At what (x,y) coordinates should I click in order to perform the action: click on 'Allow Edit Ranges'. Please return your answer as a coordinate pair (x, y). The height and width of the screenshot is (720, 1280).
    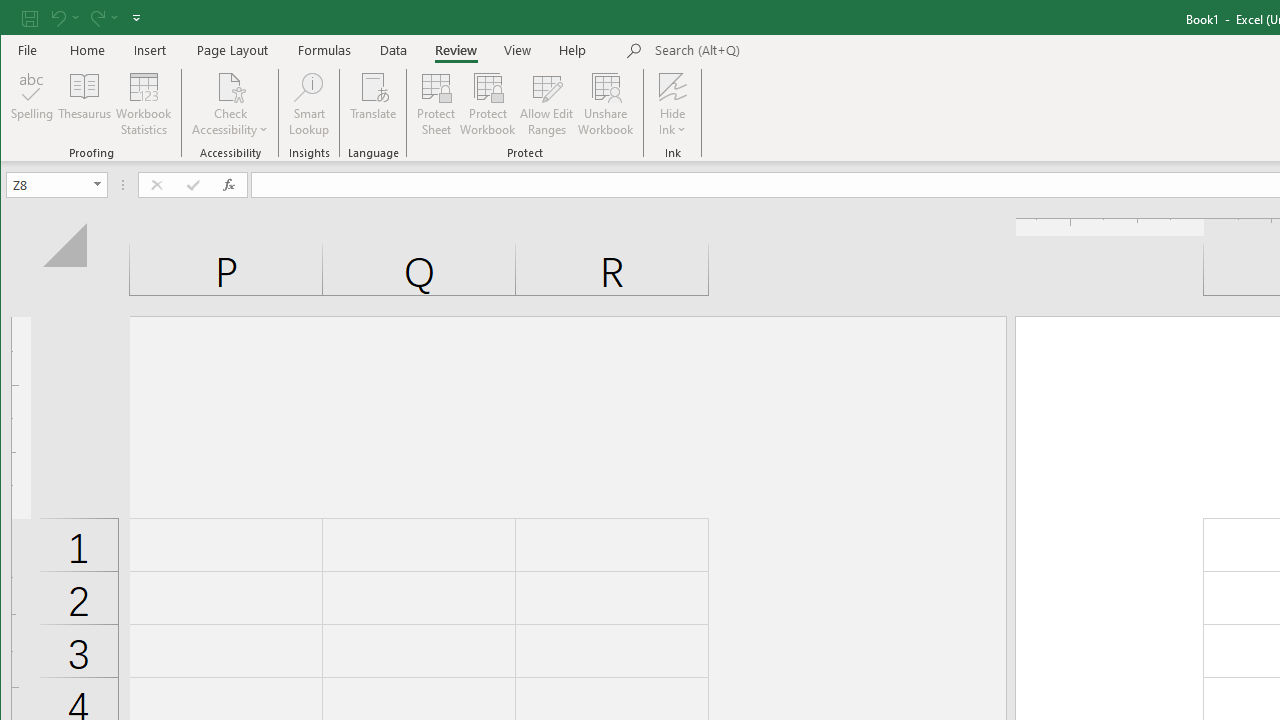
    Looking at the image, I should click on (547, 104).